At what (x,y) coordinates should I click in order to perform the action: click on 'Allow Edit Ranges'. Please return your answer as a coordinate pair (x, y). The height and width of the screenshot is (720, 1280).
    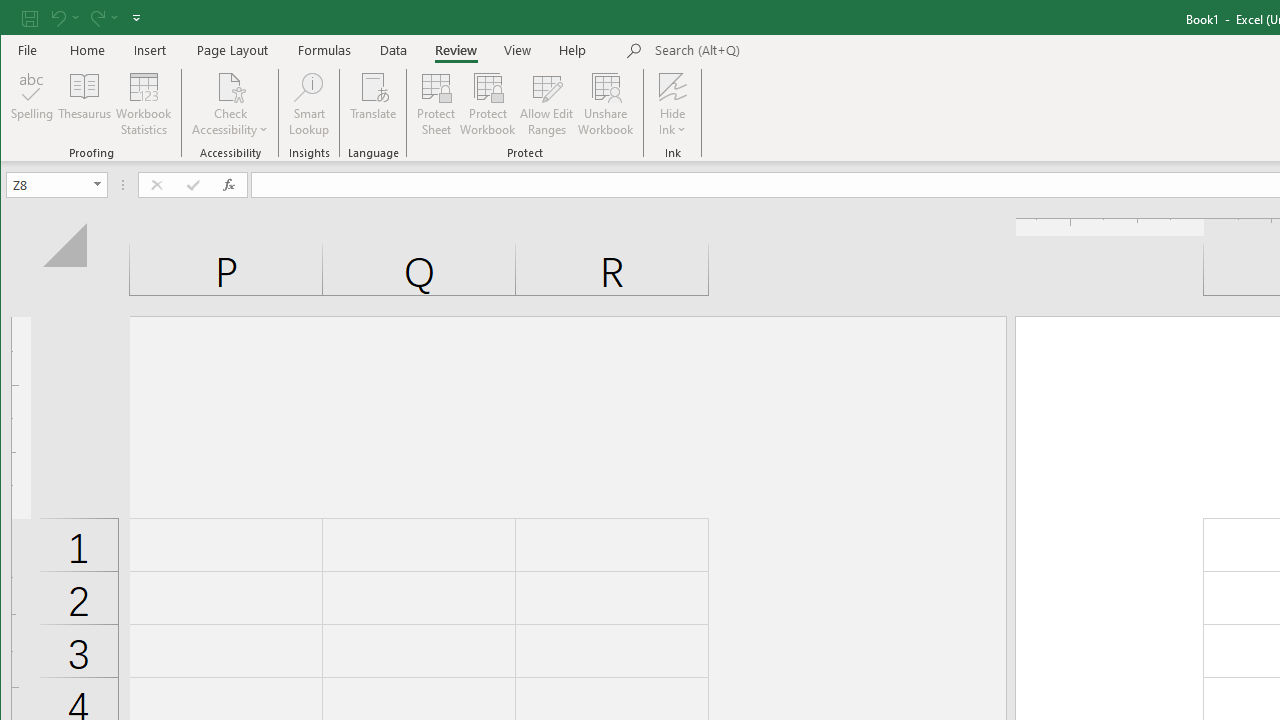
    Looking at the image, I should click on (547, 104).